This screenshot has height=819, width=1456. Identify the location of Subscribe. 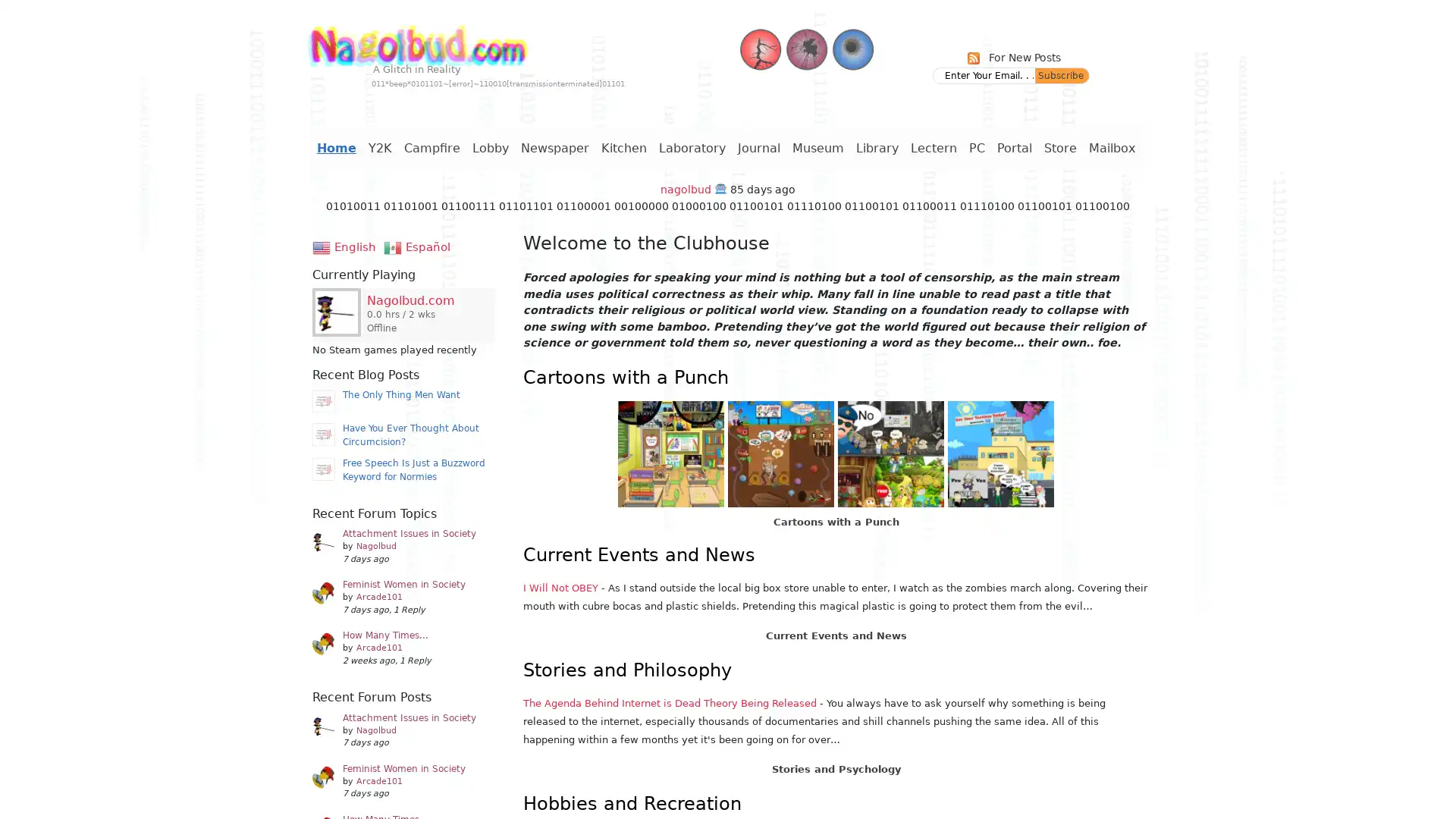
(1062, 76).